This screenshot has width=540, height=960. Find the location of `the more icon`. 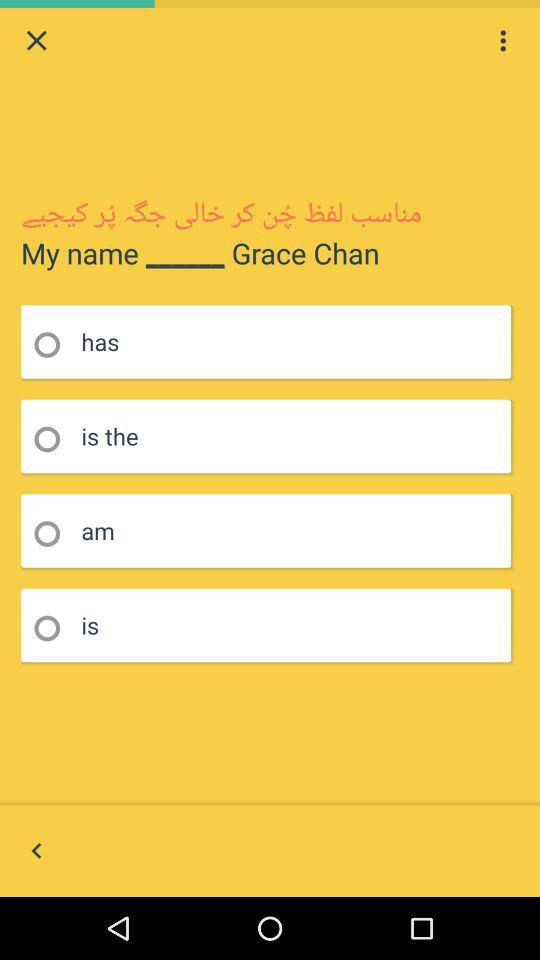

the more icon is located at coordinates (502, 42).